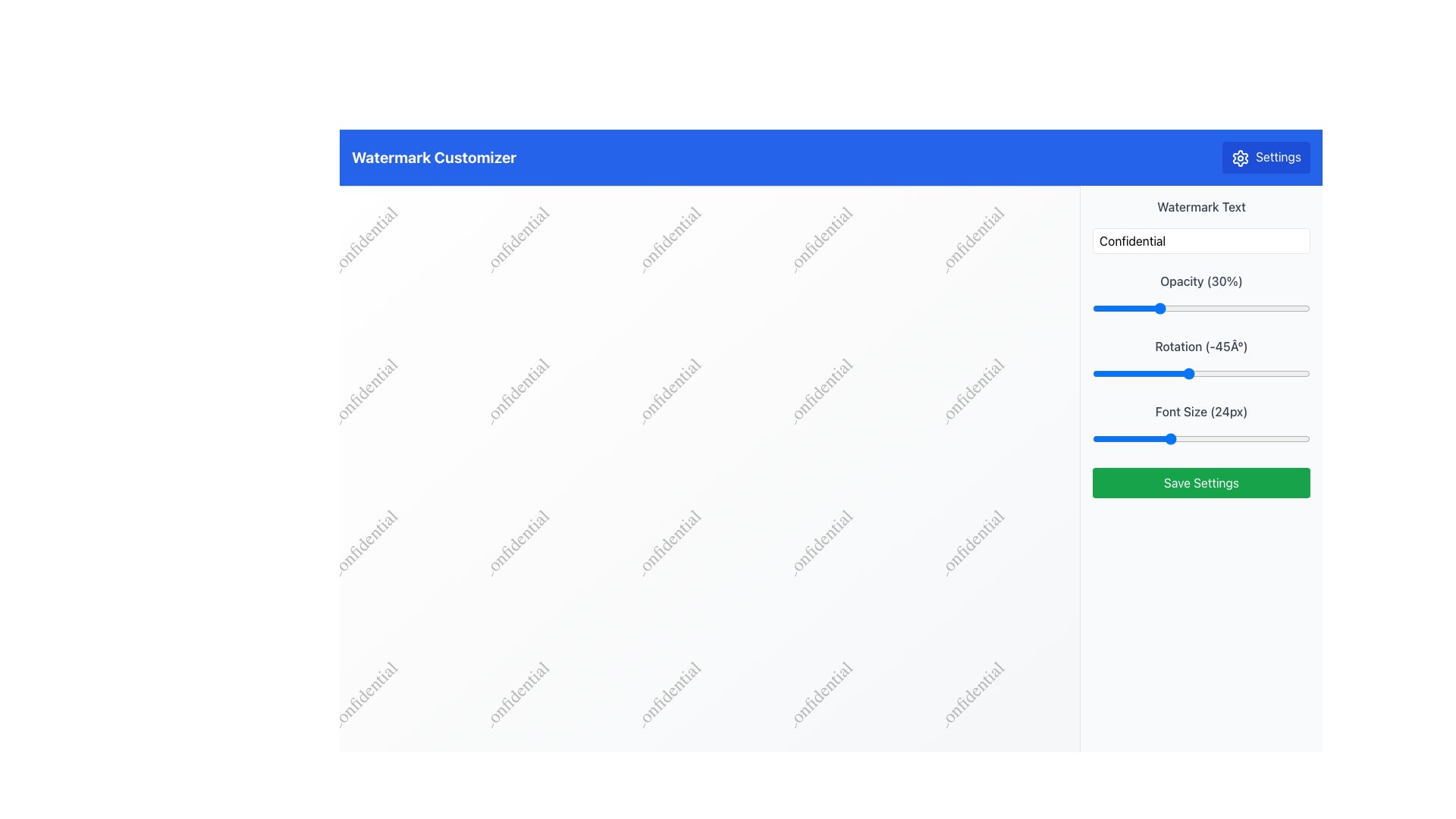 The image size is (1456, 819). I want to click on the font size slider, so click(1173, 438).